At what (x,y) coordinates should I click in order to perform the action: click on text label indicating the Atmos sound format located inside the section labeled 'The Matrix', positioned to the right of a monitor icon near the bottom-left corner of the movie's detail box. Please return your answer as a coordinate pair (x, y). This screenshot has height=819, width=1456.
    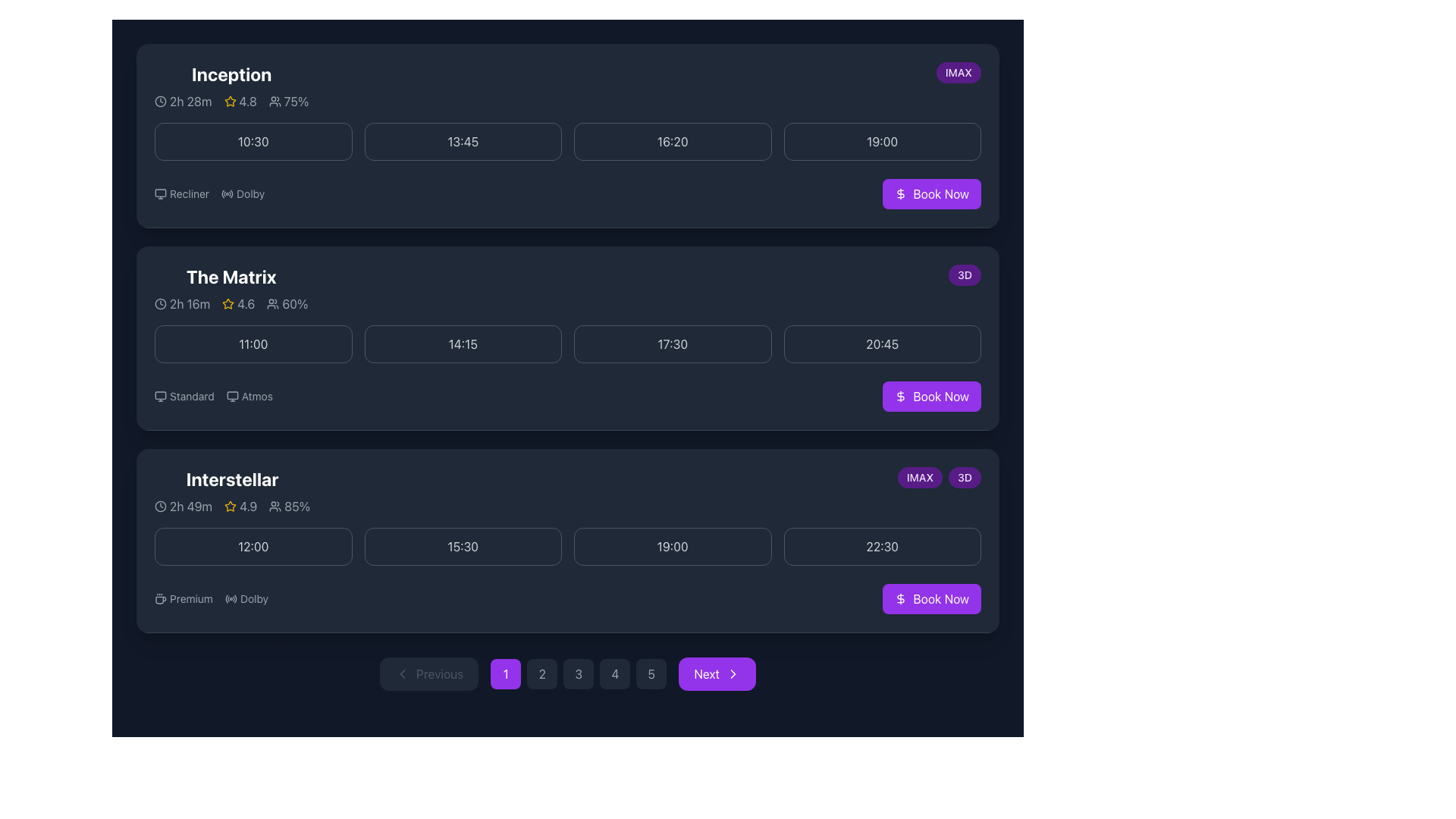
    Looking at the image, I should click on (257, 396).